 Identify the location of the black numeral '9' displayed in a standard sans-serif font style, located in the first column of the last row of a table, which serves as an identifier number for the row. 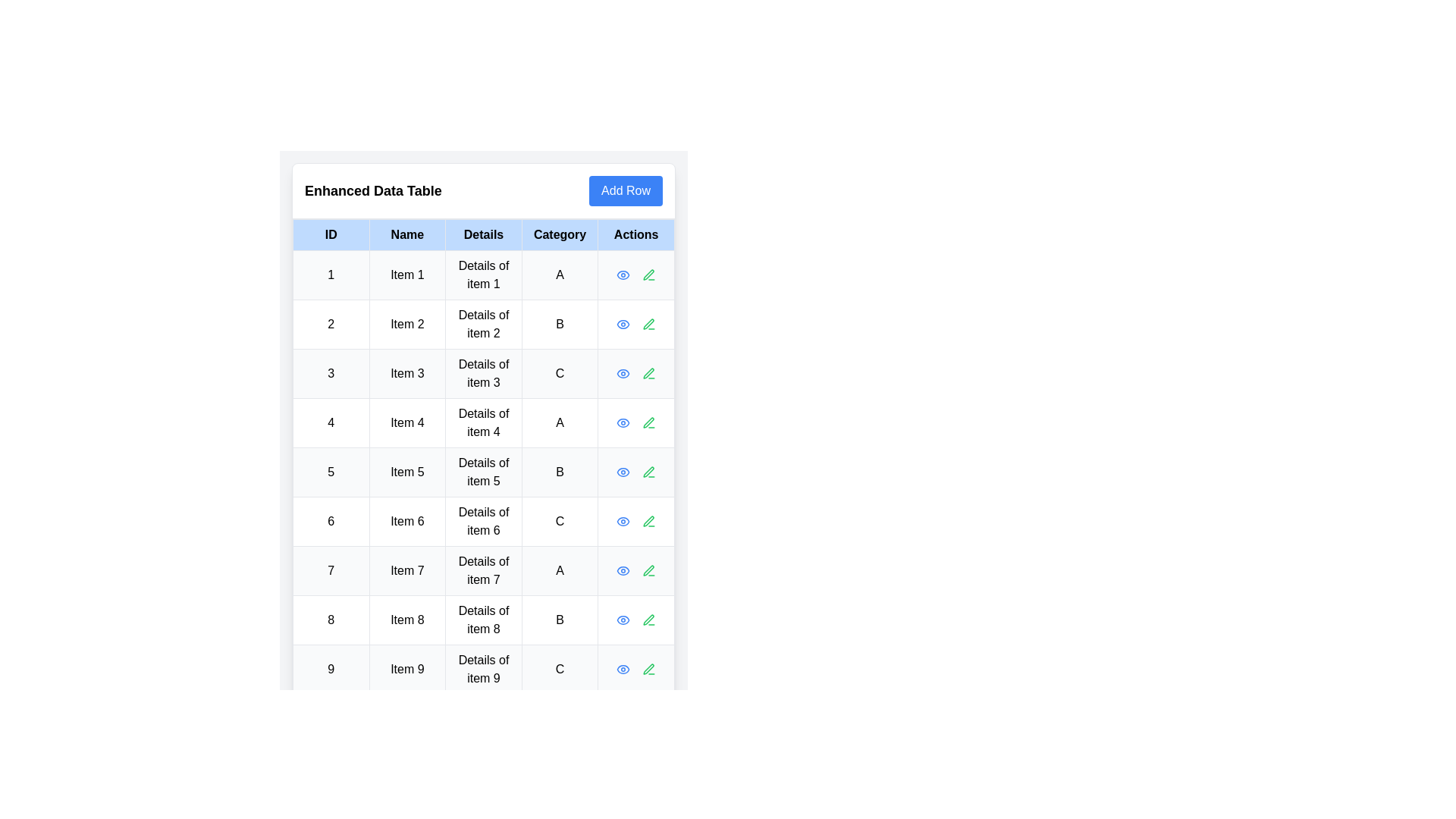
(330, 669).